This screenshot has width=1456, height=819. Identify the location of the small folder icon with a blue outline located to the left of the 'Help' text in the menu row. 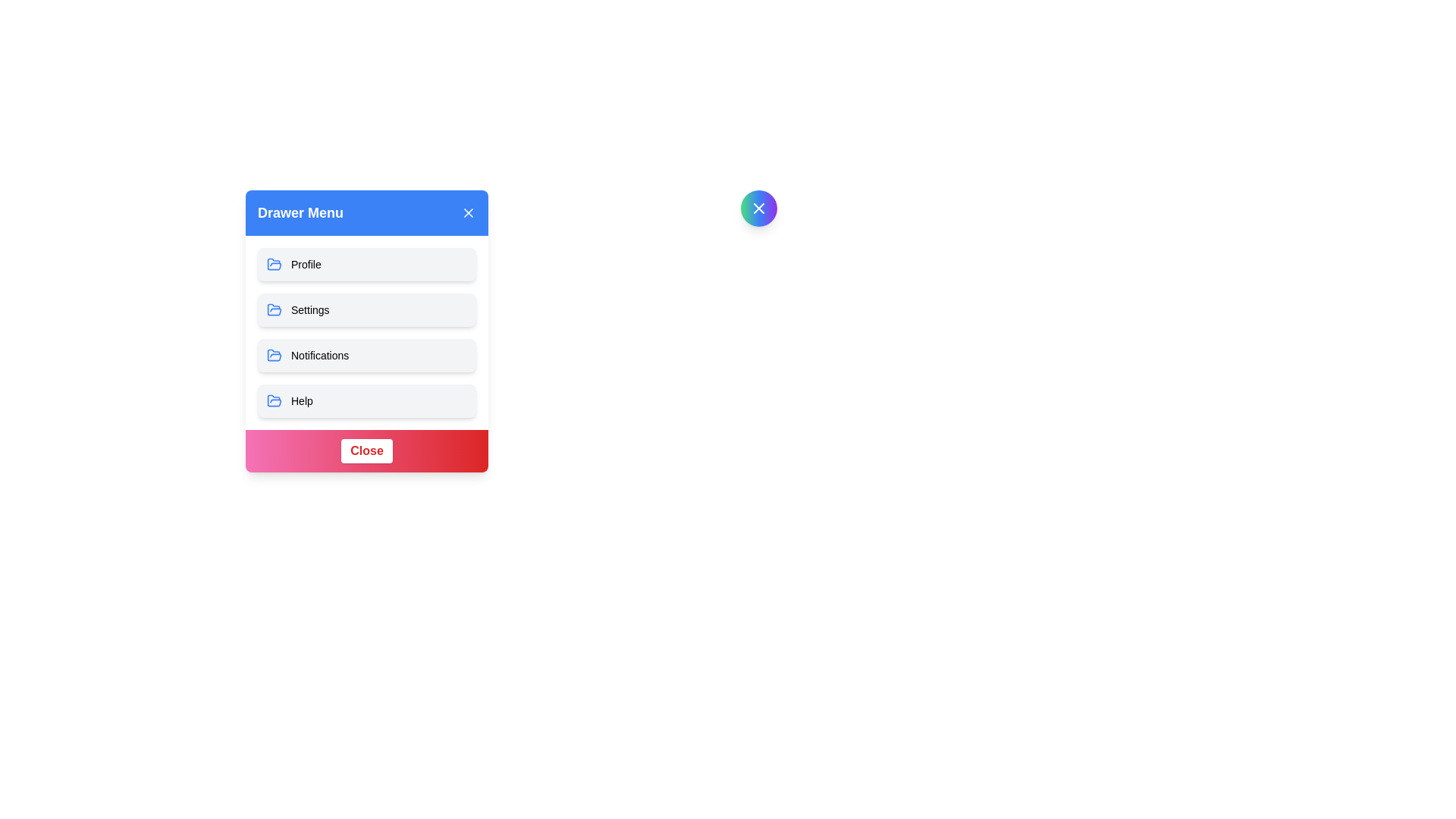
(274, 400).